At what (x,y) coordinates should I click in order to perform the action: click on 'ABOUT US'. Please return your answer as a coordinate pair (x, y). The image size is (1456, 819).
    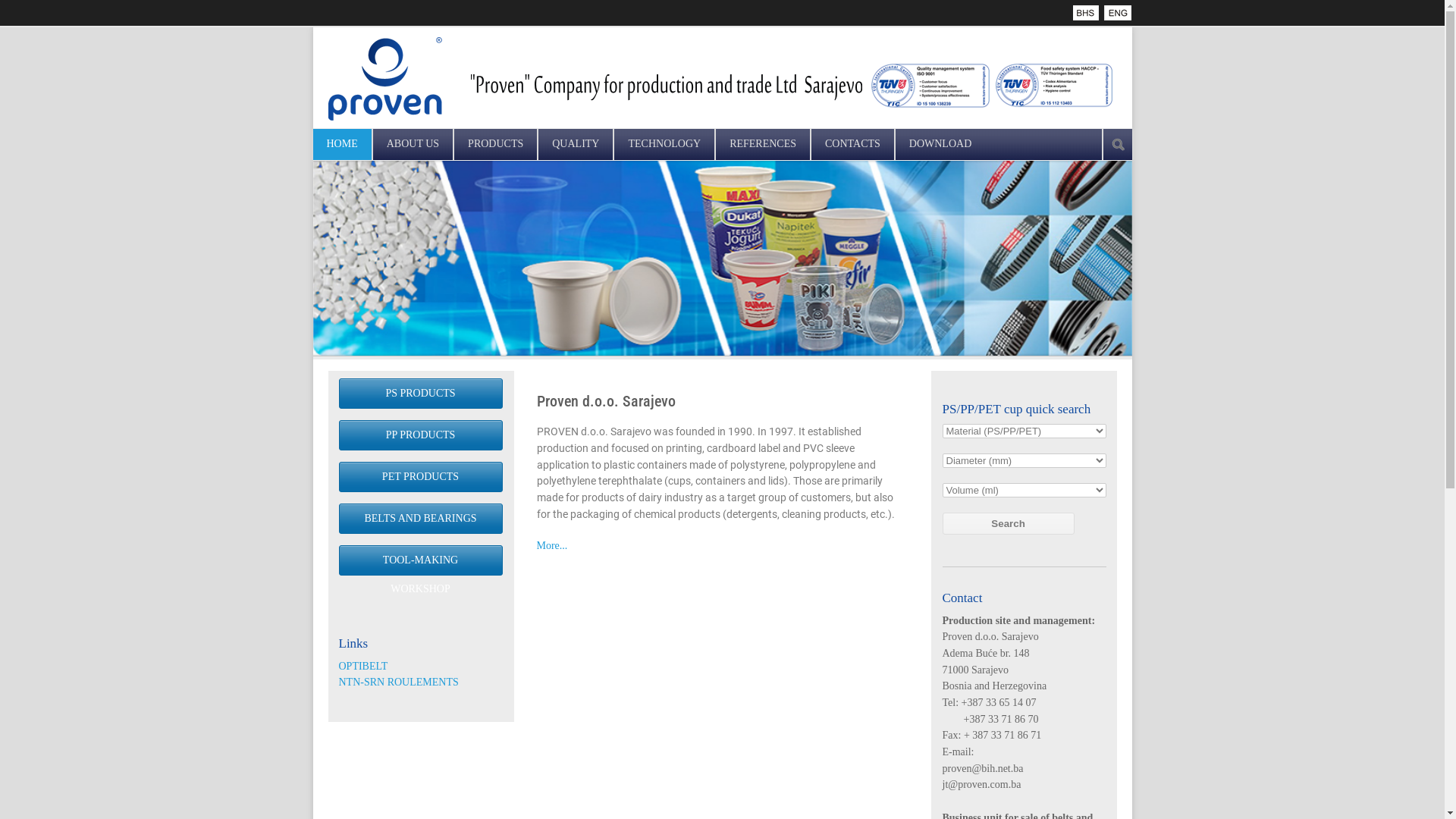
    Looking at the image, I should click on (413, 144).